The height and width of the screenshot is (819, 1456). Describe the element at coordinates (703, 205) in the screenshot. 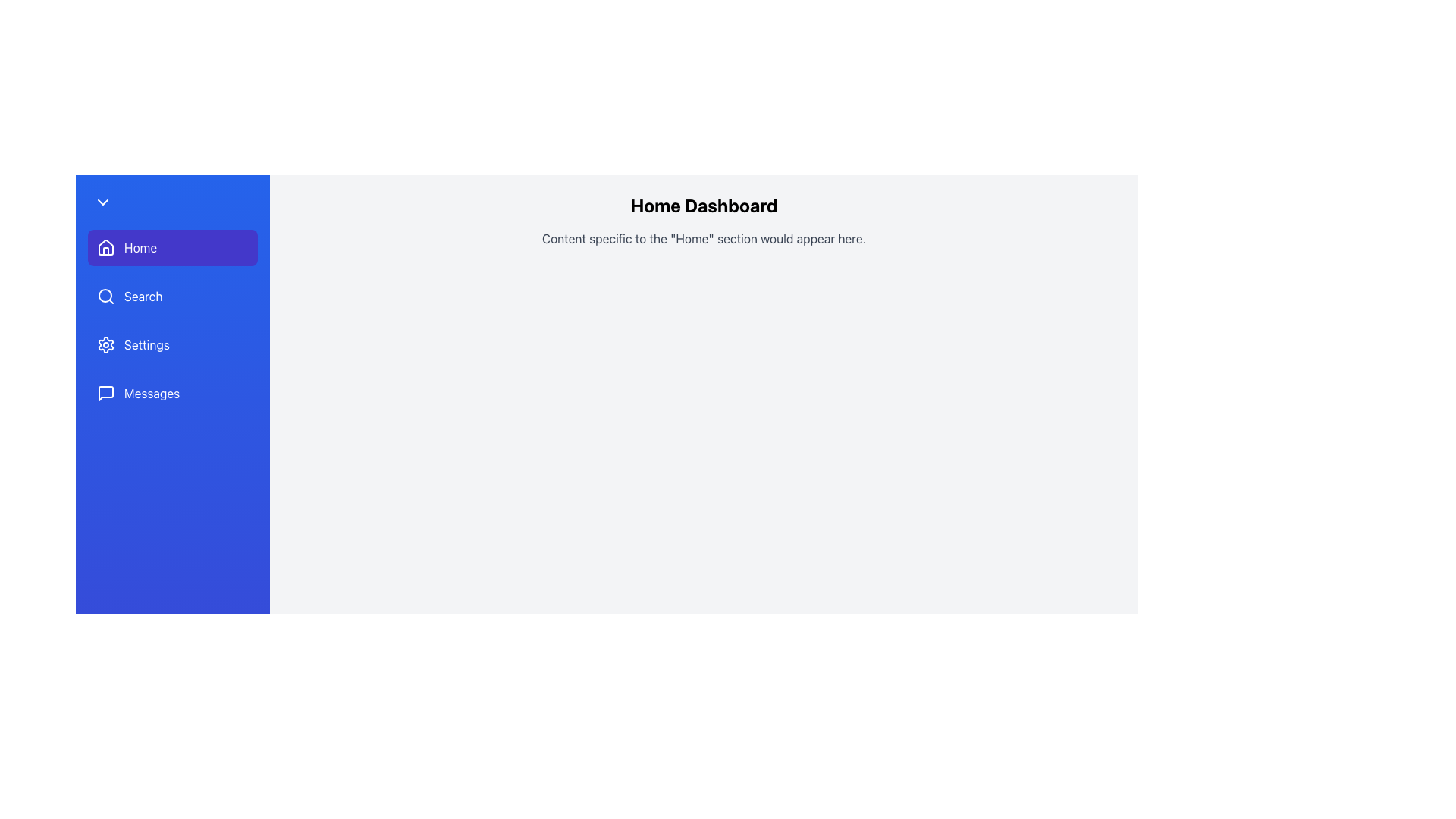

I see `the 'Home' dashboard section text header, which serves as the title for the interface's main content area` at that location.